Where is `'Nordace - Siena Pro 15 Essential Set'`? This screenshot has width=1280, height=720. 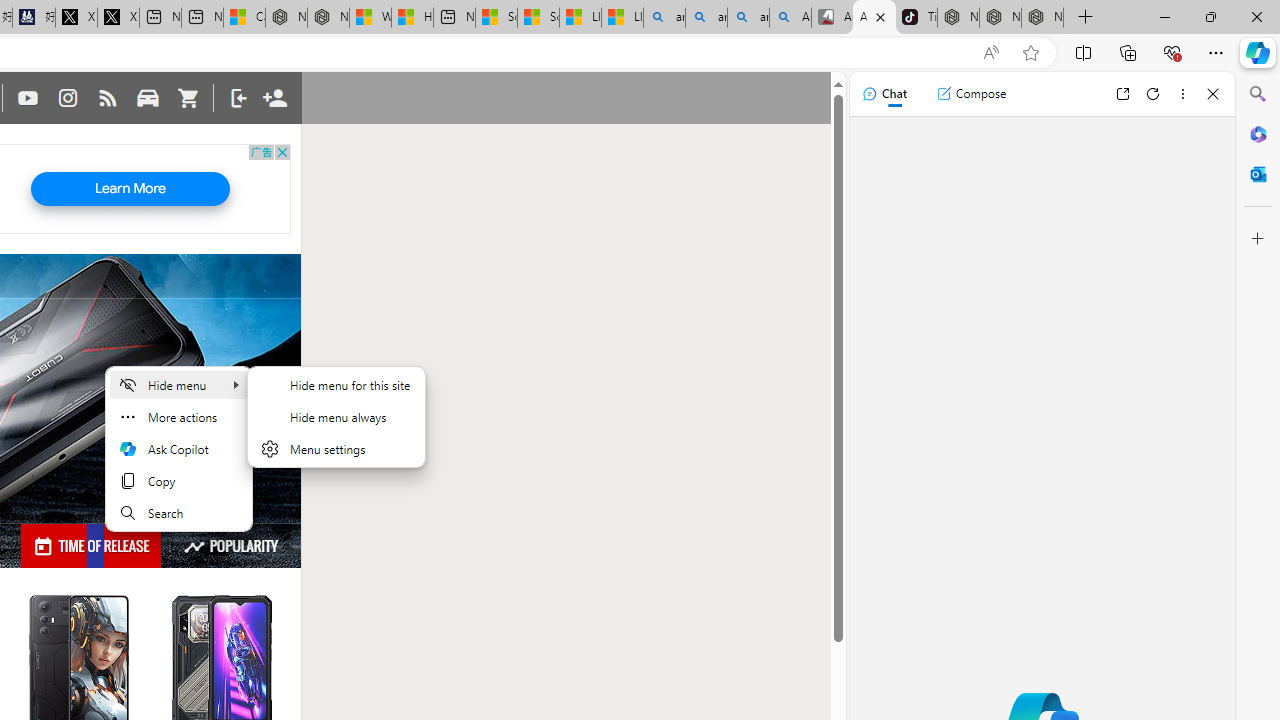
'Nordace - Siena Pro 15 Essential Set' is located at coordinates (1041, 17).